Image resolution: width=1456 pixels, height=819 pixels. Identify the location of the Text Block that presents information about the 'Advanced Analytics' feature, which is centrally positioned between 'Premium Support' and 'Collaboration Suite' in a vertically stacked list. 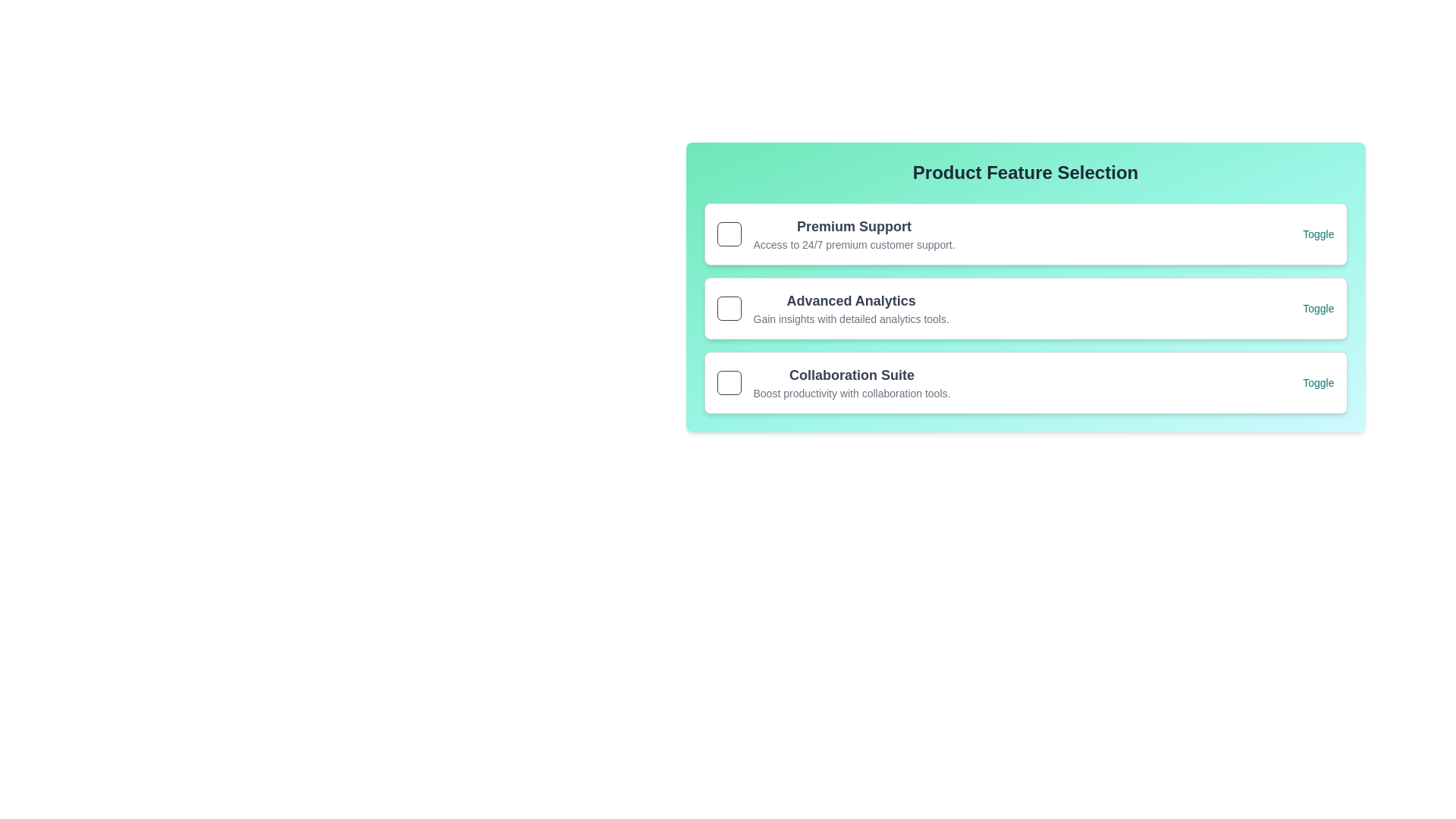
(851, 308).